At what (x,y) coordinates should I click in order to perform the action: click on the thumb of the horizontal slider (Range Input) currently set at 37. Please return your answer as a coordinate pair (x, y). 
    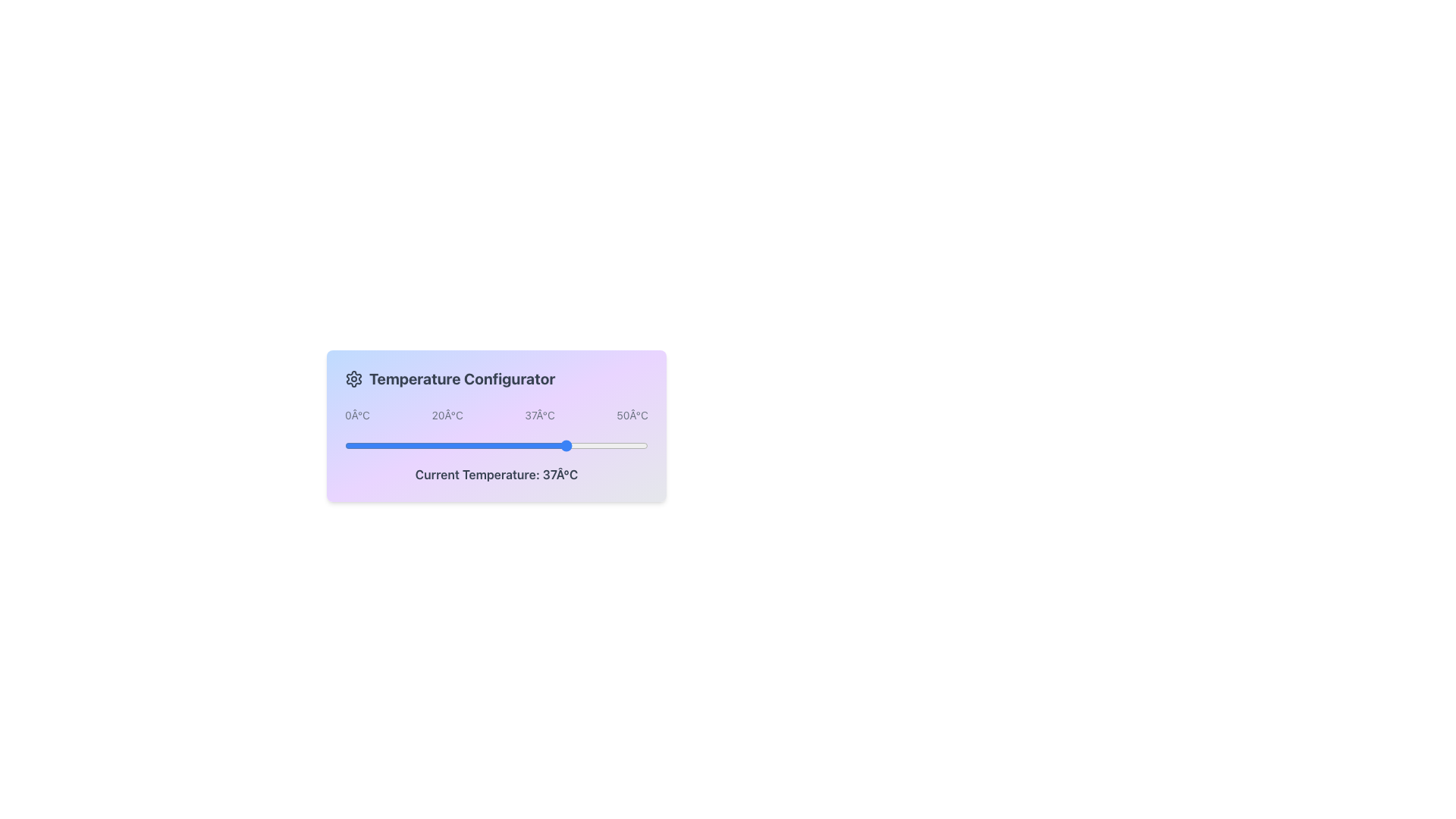
    Looking at the image, I should click on (496, 444).